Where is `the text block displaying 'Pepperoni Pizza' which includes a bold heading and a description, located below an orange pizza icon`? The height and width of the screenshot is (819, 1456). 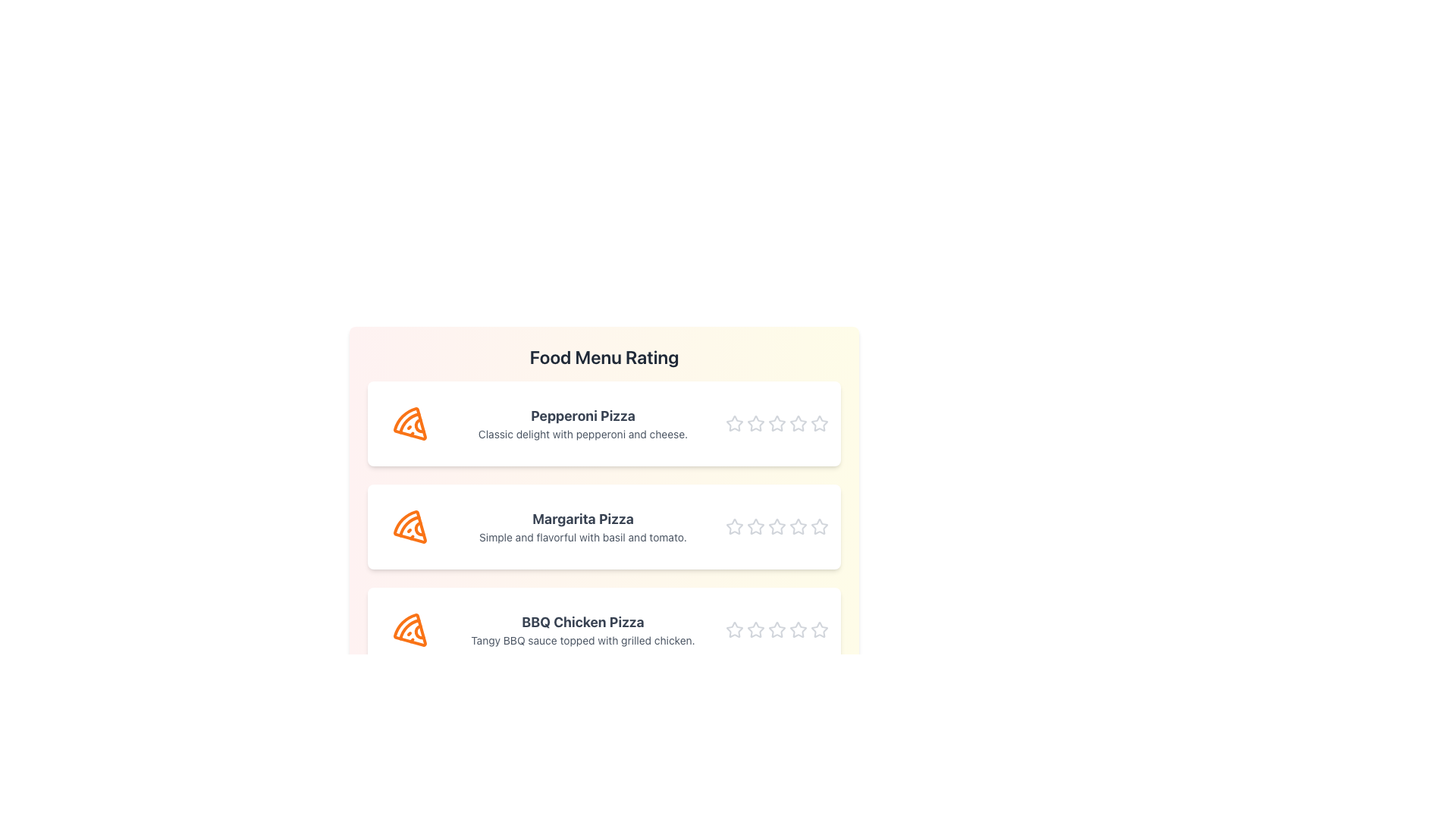
the text block displaying 'Pepperoni Pizza' which includes a bold heading and a description, located below an orange pizza icon is located at coordinates (582, 424).